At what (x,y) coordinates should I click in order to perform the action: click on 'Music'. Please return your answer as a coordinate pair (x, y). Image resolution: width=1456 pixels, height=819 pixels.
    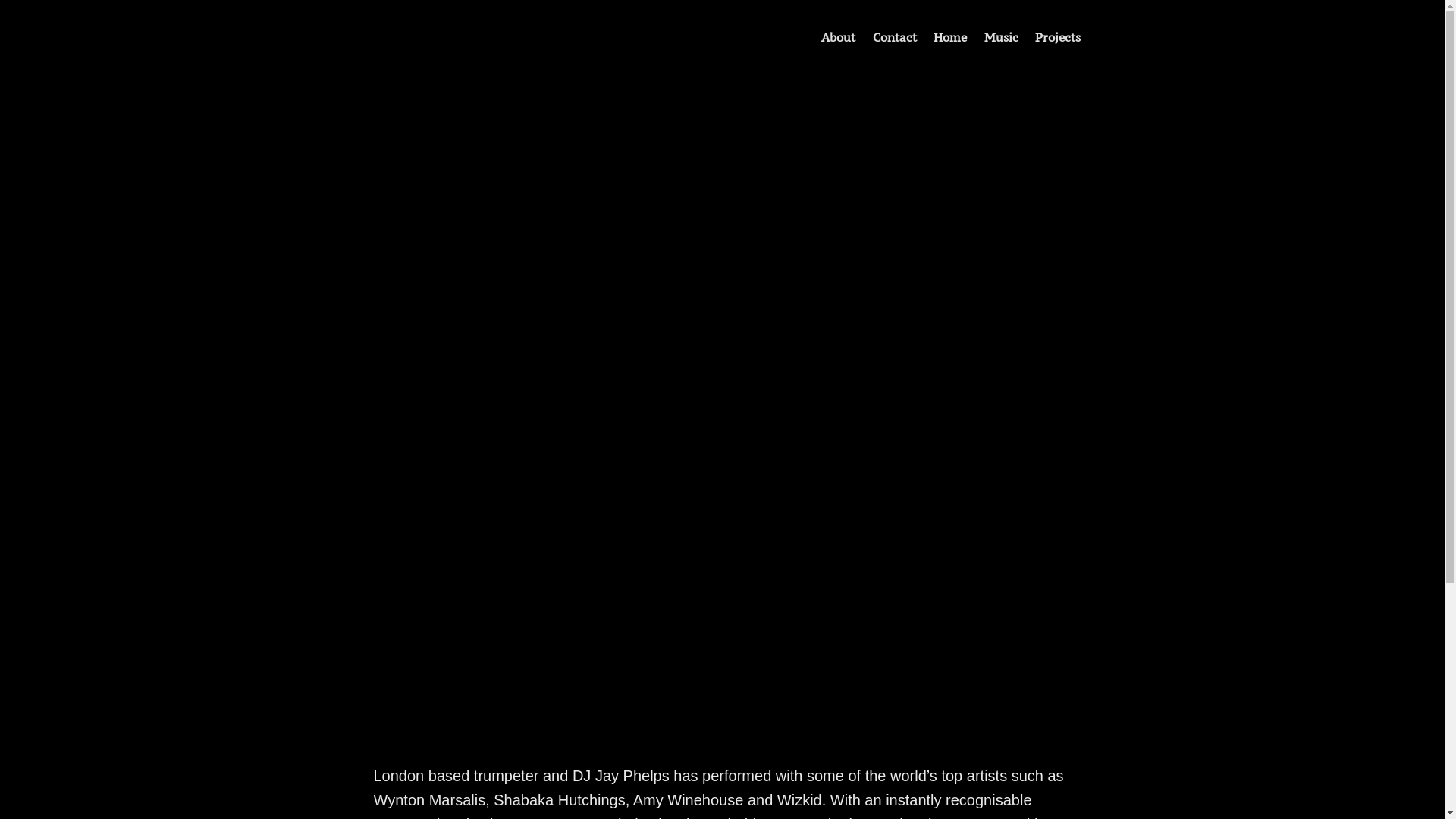
    Looking at the image, I should click on (1001, 35).